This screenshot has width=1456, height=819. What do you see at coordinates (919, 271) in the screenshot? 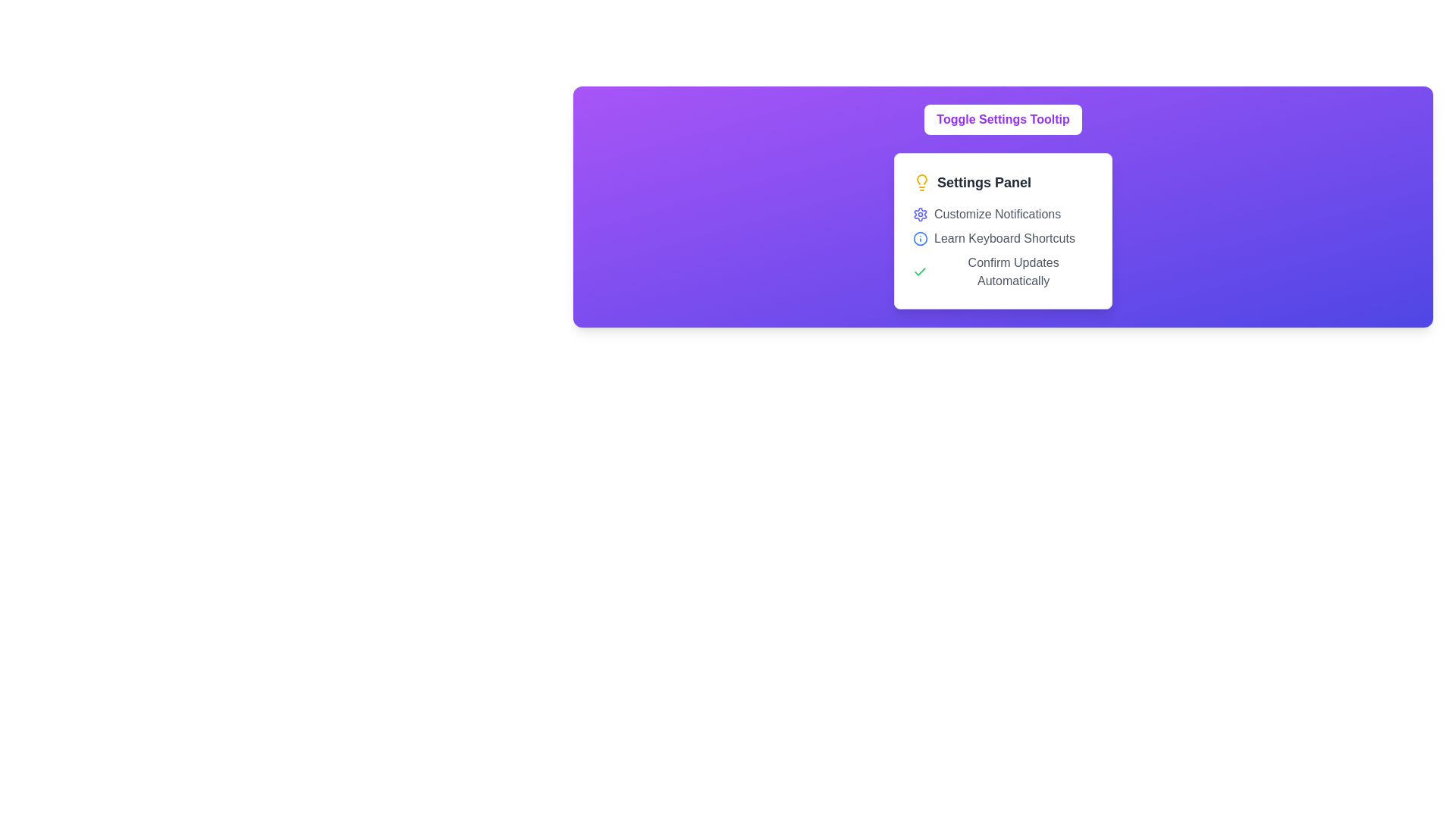
I see `the checkmark icon within the settings panel that indicates successful completion or activation of an option` at bounding box center [919, 271].